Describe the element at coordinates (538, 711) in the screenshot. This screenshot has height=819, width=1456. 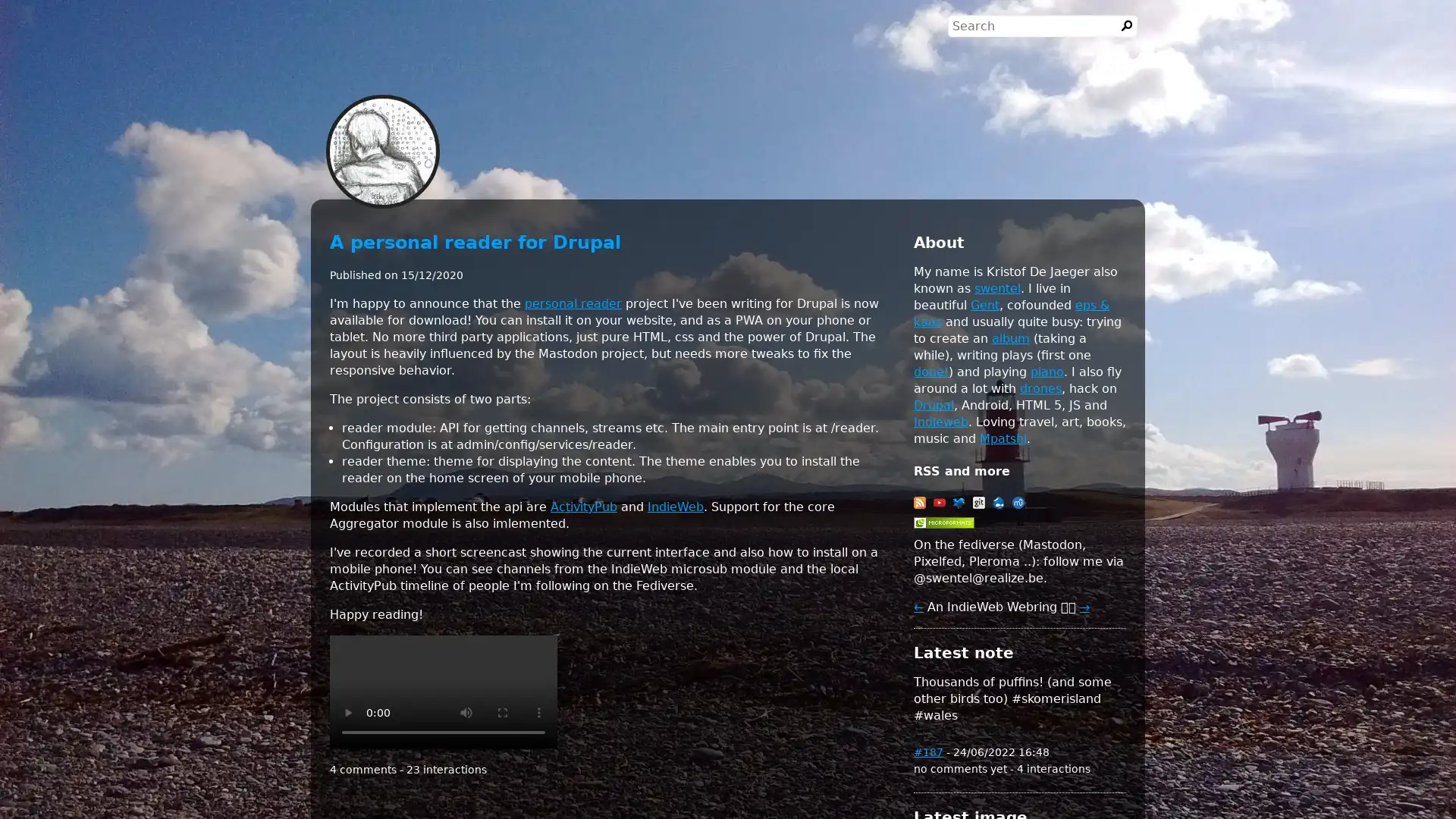
I see `show more media controls` at that location.